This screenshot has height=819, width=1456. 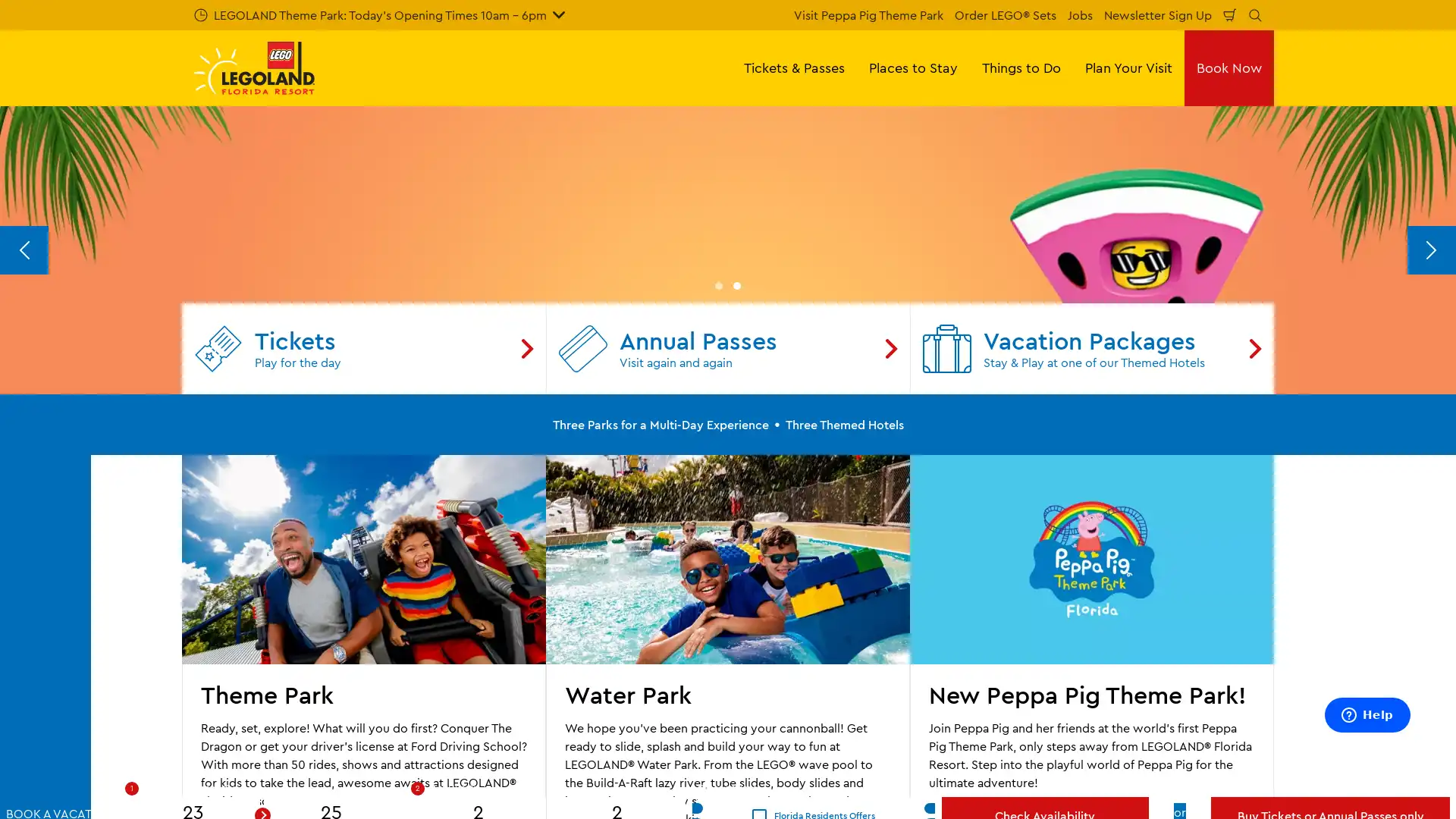 I want to click on Tickets & Passes, so click(x=793, y=67).